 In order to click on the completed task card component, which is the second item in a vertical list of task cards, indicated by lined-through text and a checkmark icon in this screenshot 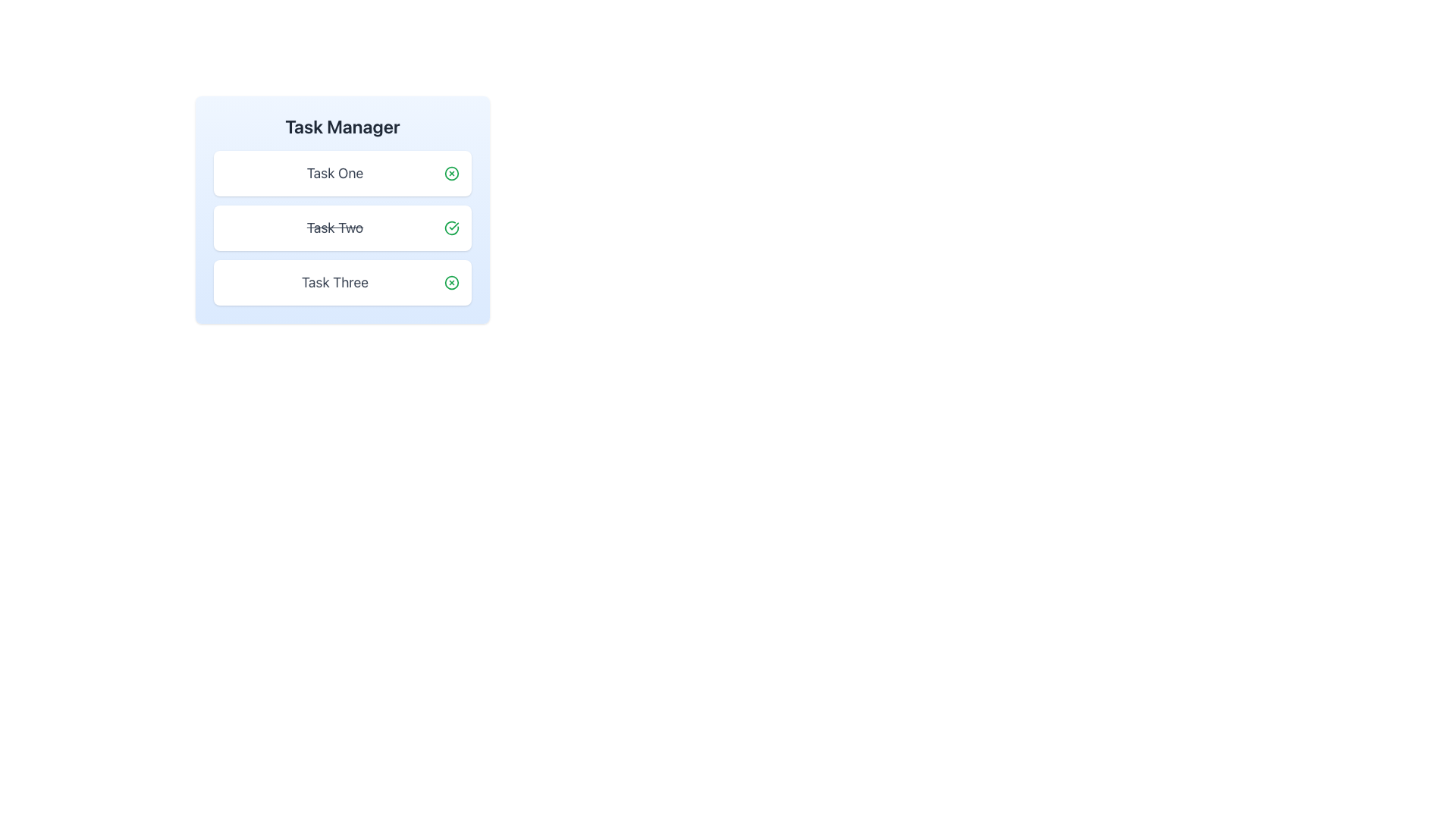, I will do `click(341, 227)`.